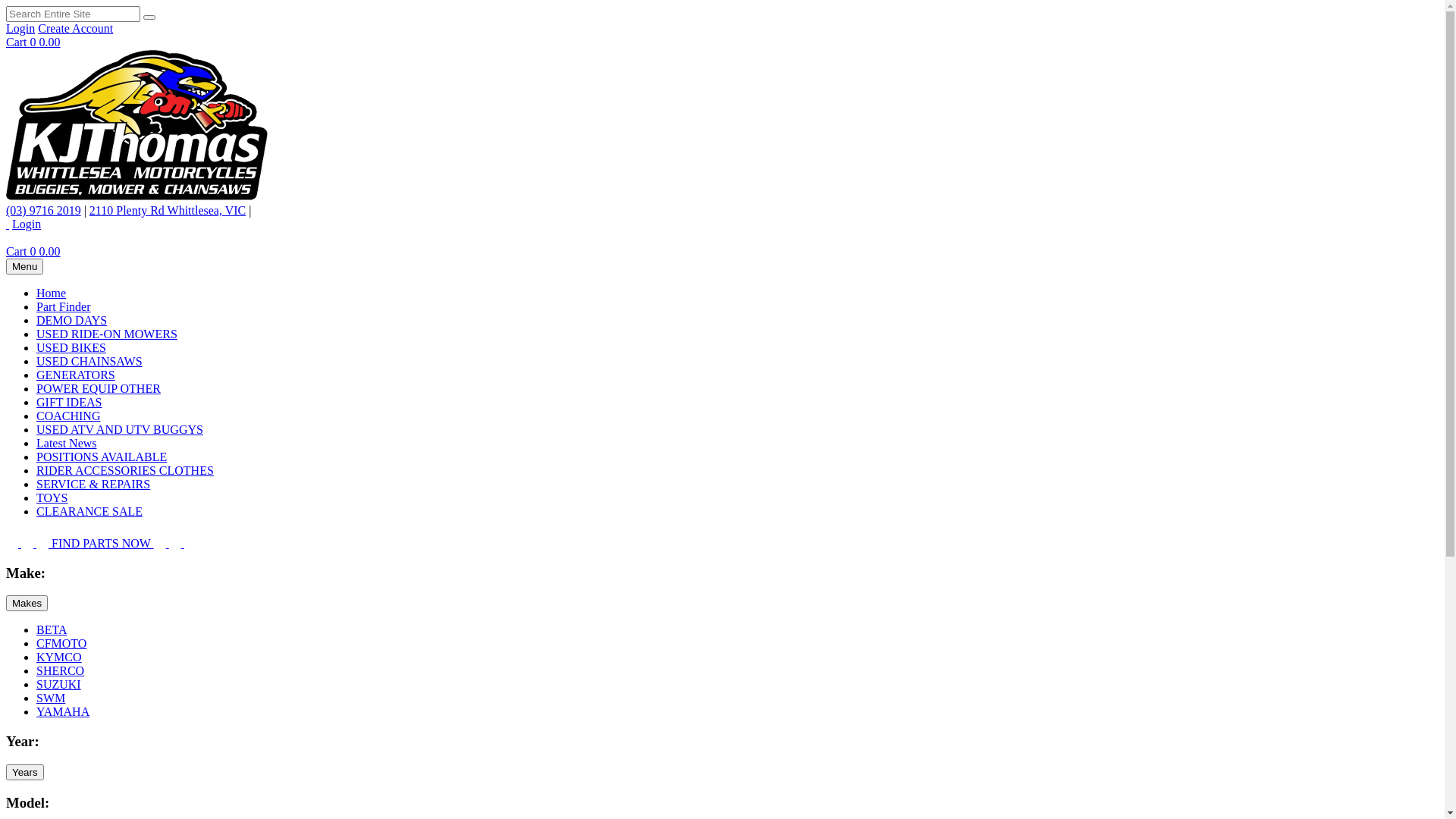  I want to click on 'RIDER ACCESSORIES CLOTHES', so click(124, 469).